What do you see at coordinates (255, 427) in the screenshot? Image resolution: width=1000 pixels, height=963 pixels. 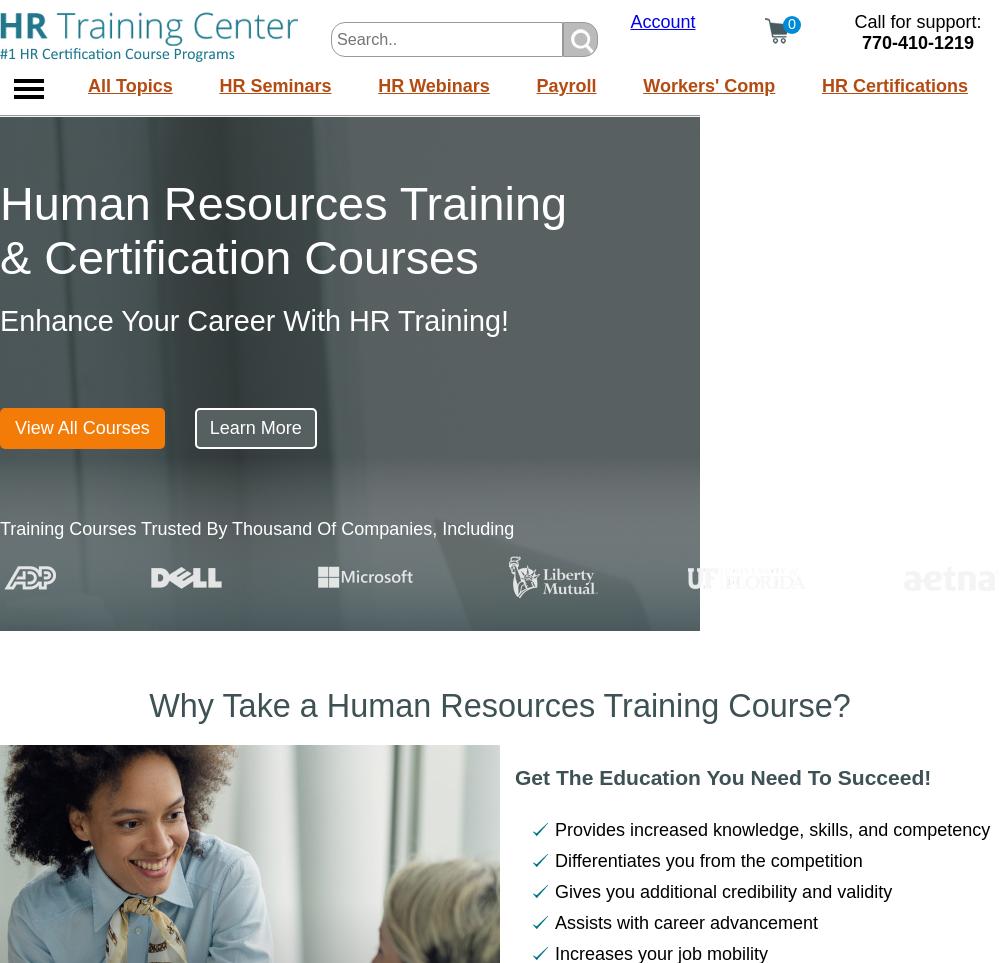 I see `'Learn More'` at bounding box center [255, 427].